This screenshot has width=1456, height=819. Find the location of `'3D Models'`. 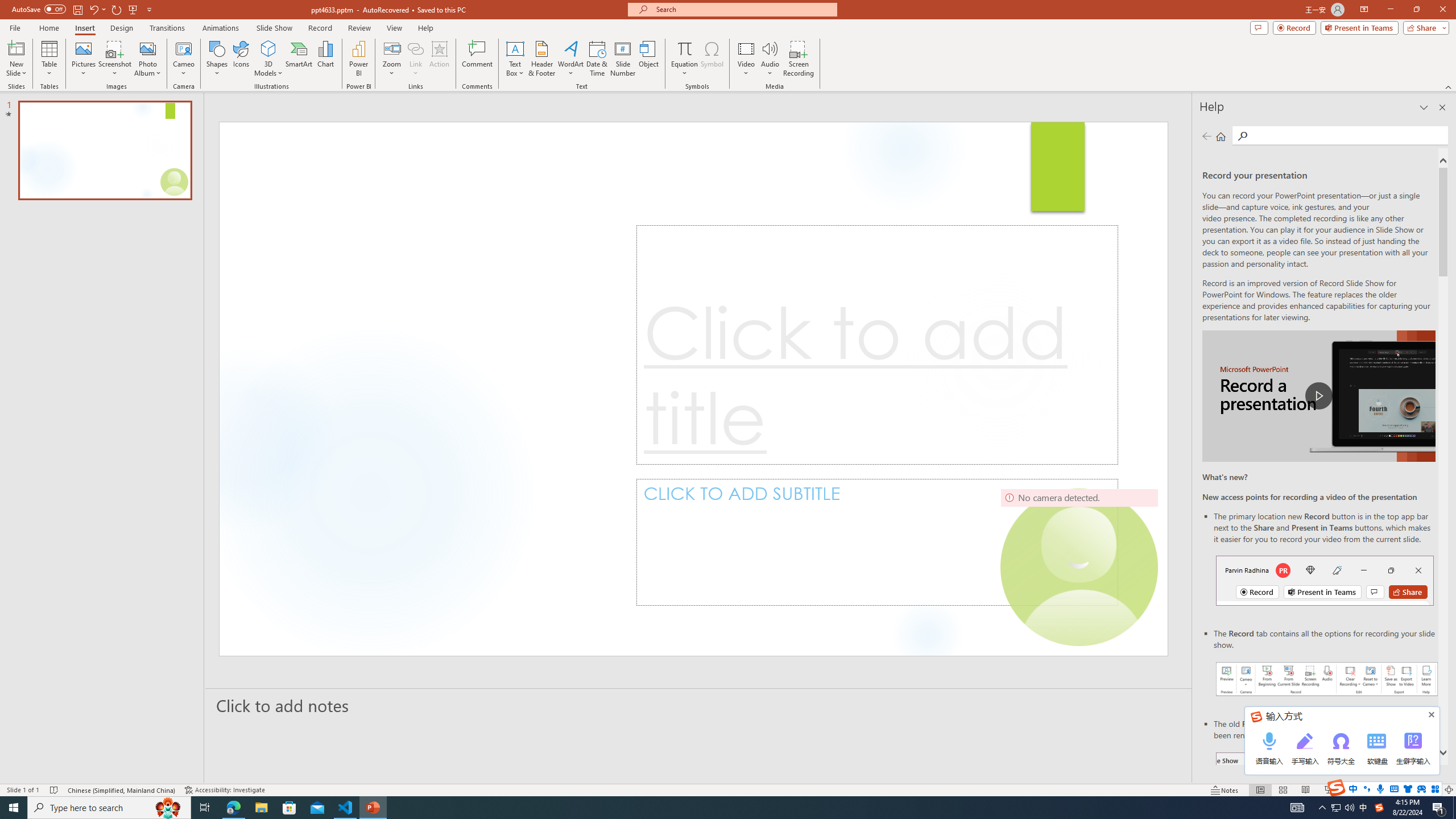

'3D Models' is located at coordinates (268, 59).